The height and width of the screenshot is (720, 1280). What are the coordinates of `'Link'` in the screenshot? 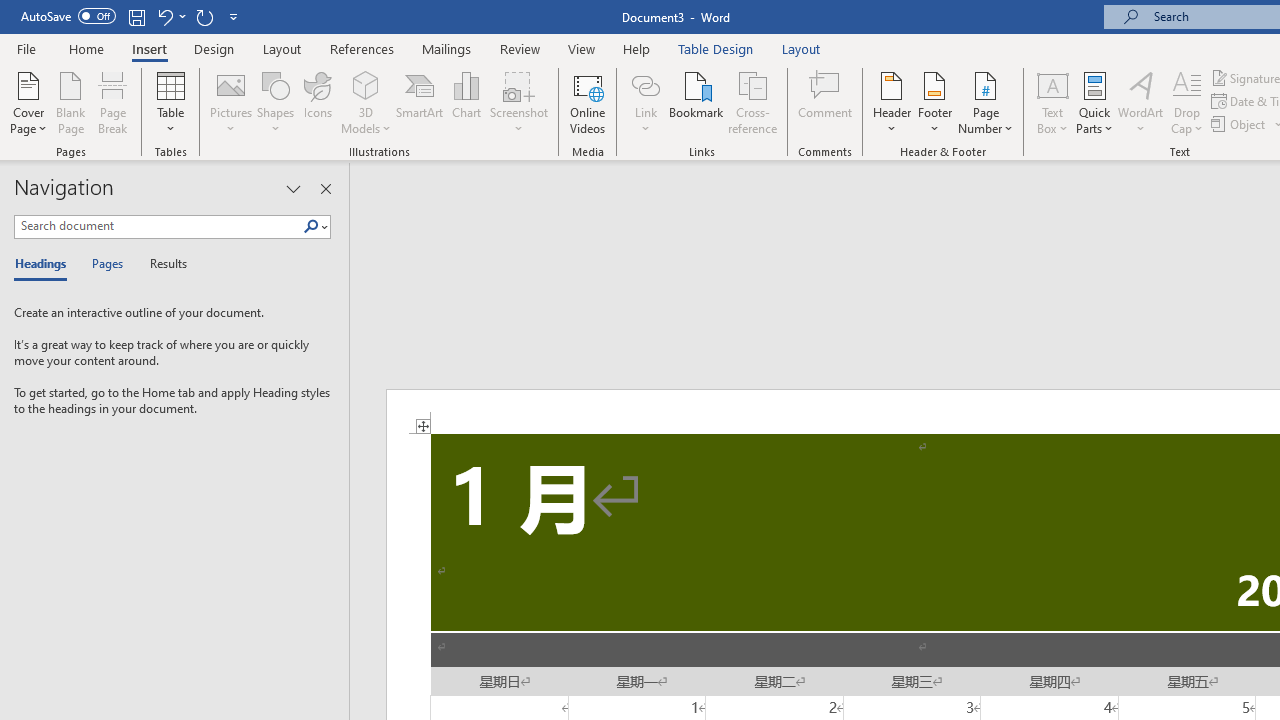 It's located at (645, 84).